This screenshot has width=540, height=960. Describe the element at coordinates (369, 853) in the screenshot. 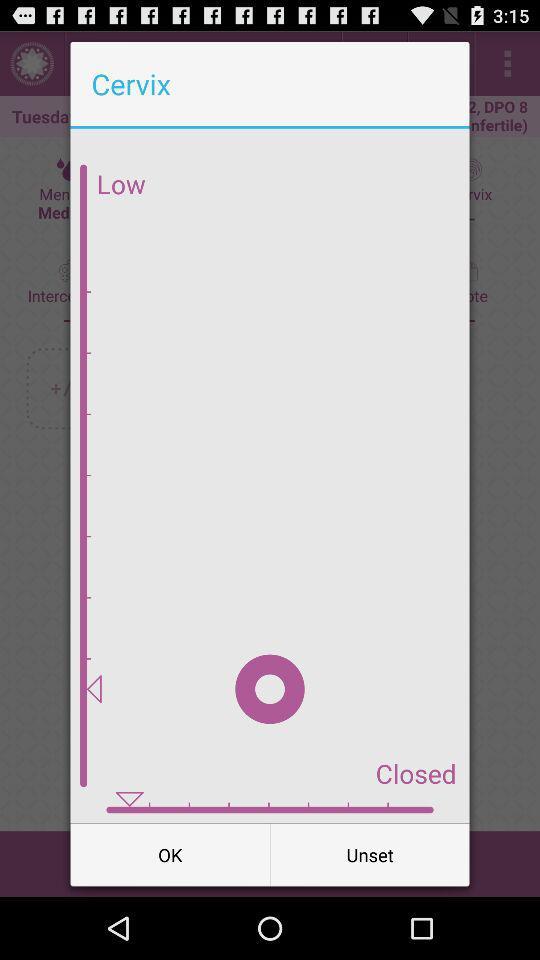

I see `icon at the bottom right corner` at that location.